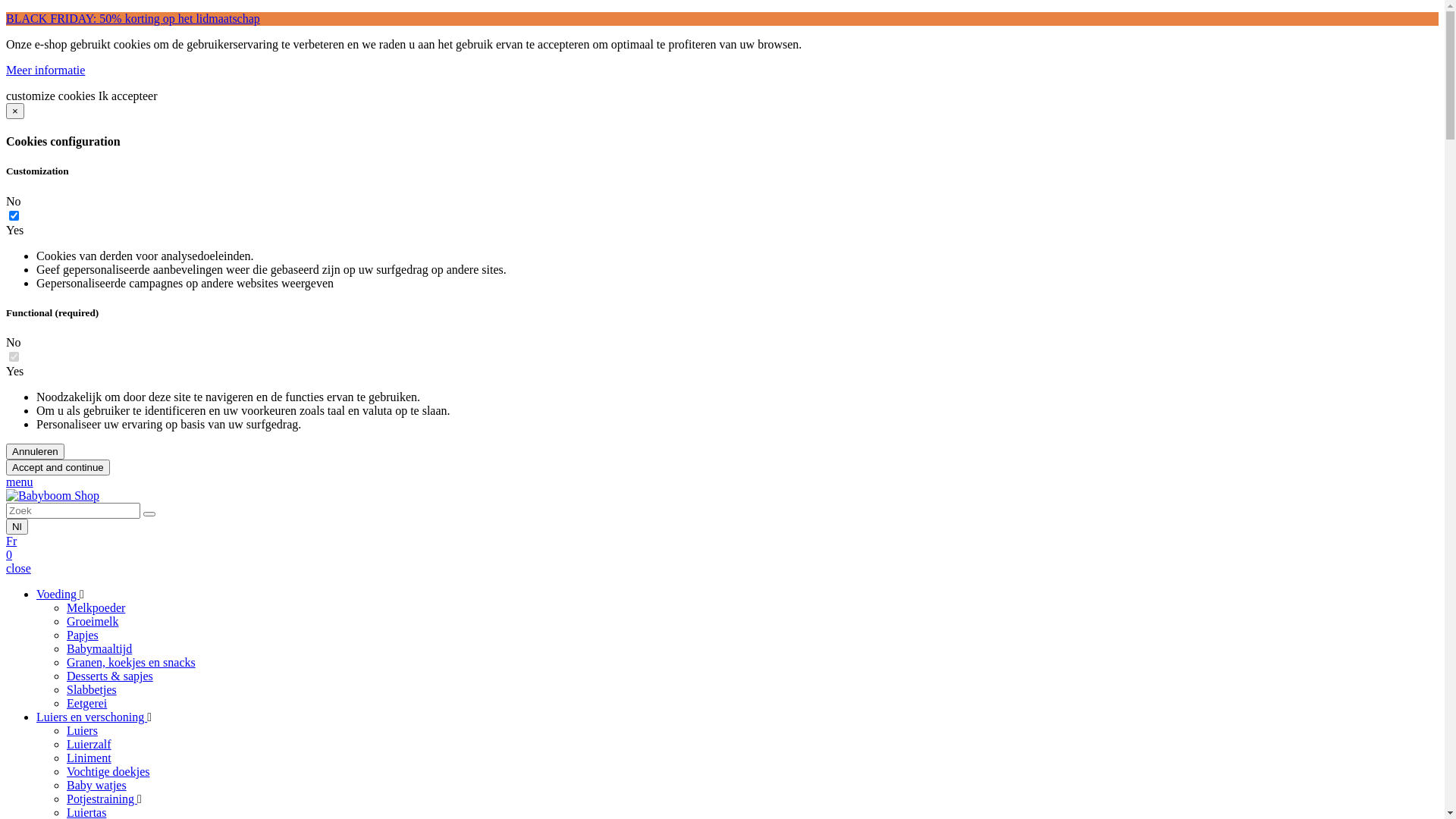  Describe the element at coordinates (90, 689) in the screenshot. I see `'Slabbetjes'` at that location.